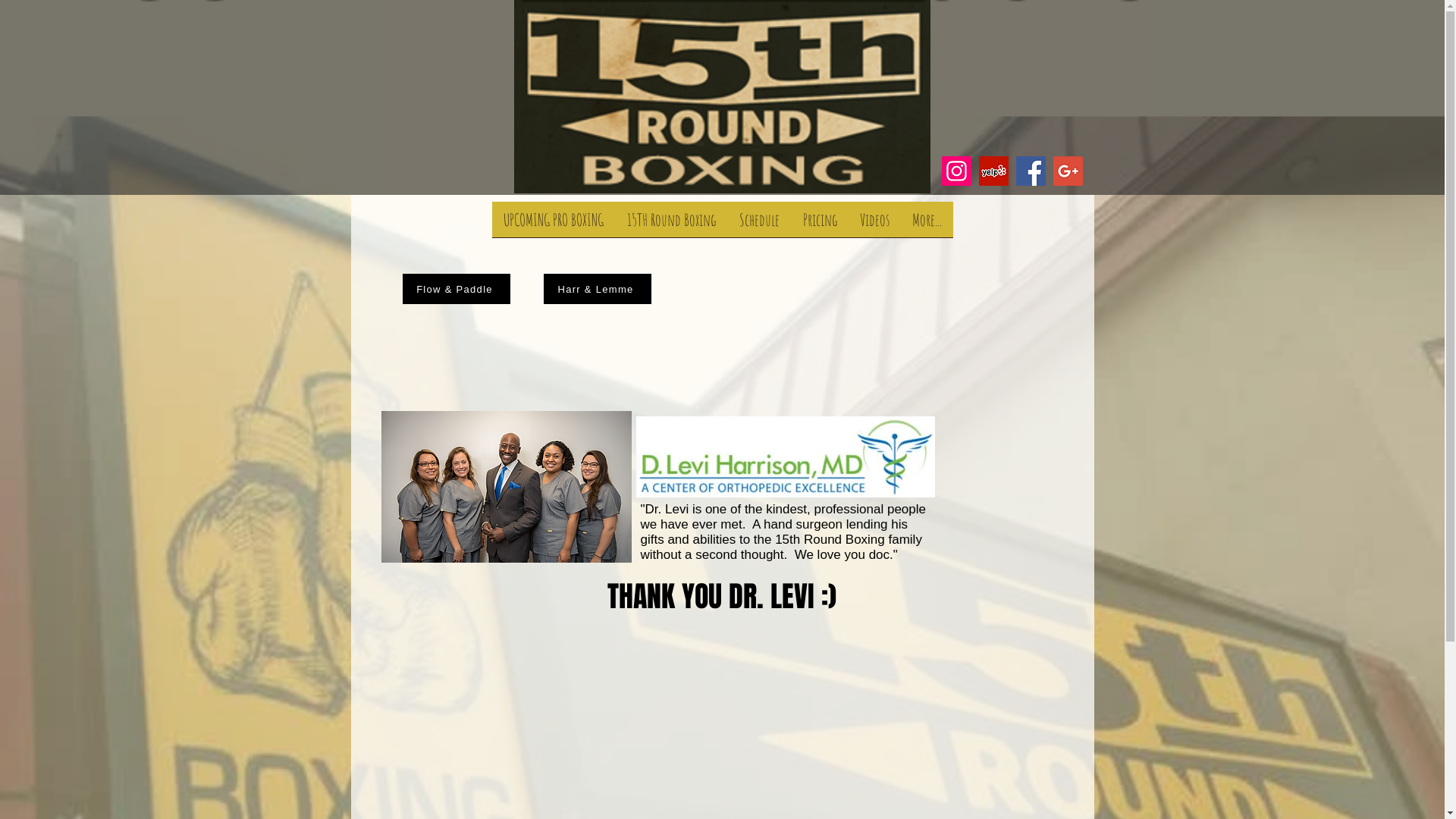 The image size is (1456, 819). Describe the element at coordinates (401, 289) in the screenshot. I see `'Flow & Paddle'` at that location.